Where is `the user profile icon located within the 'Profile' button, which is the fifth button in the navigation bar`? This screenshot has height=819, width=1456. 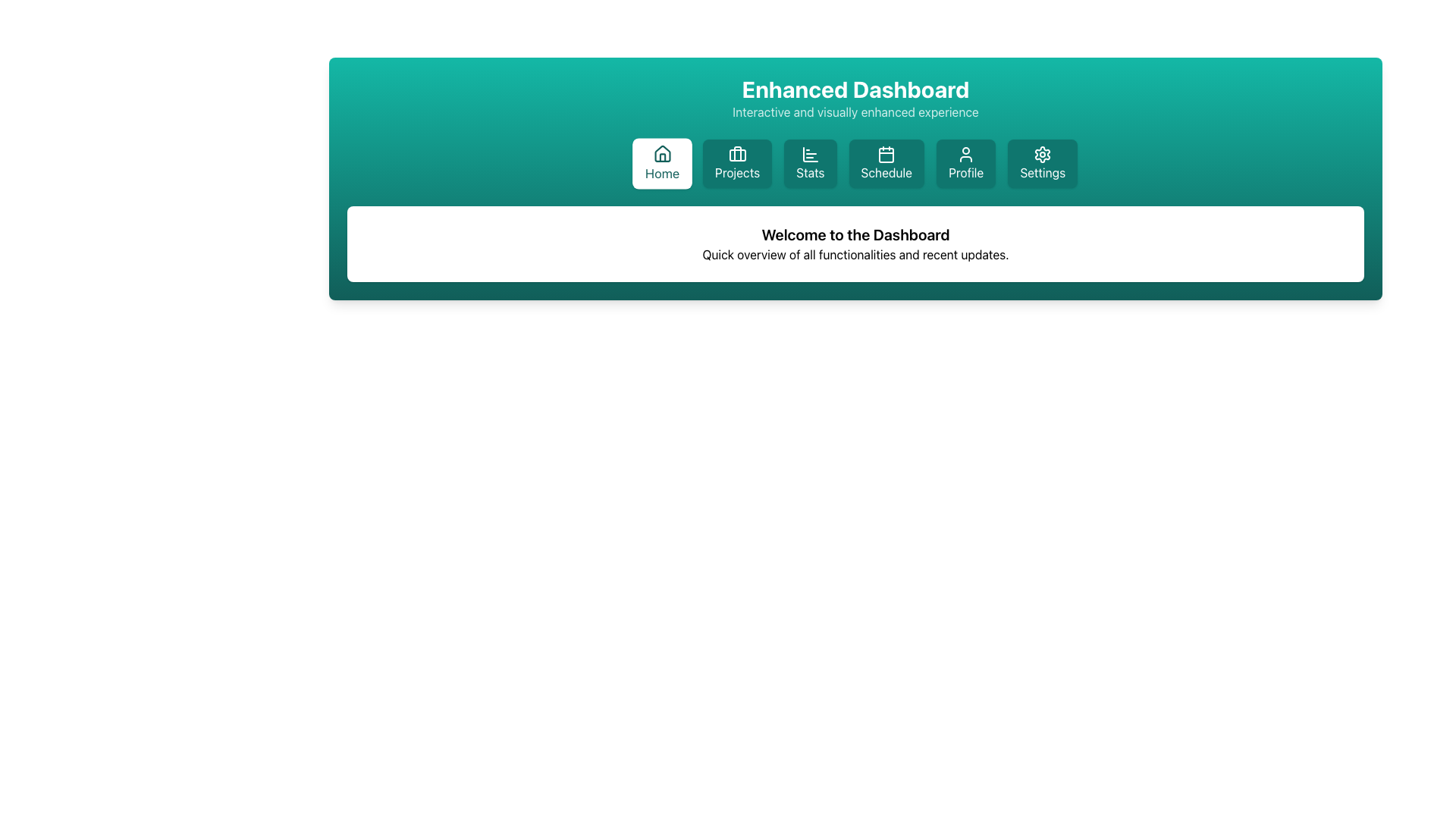
the user profile icon located within the 'Profile' button, which is the fifth button in the navigation bar is located at coordinates (965, 155).